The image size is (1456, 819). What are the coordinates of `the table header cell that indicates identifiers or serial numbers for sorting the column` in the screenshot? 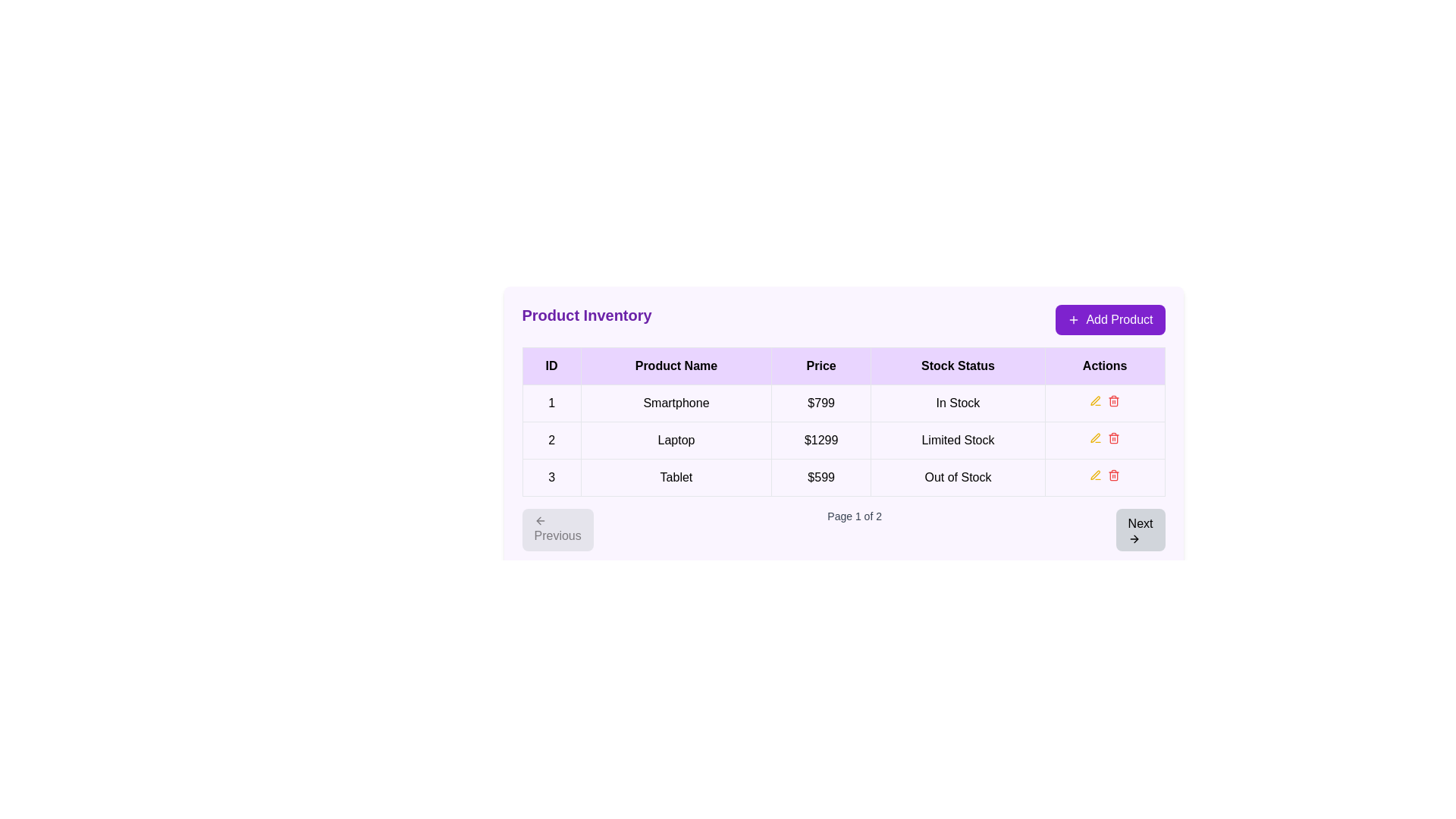 It's located at (551, 366).